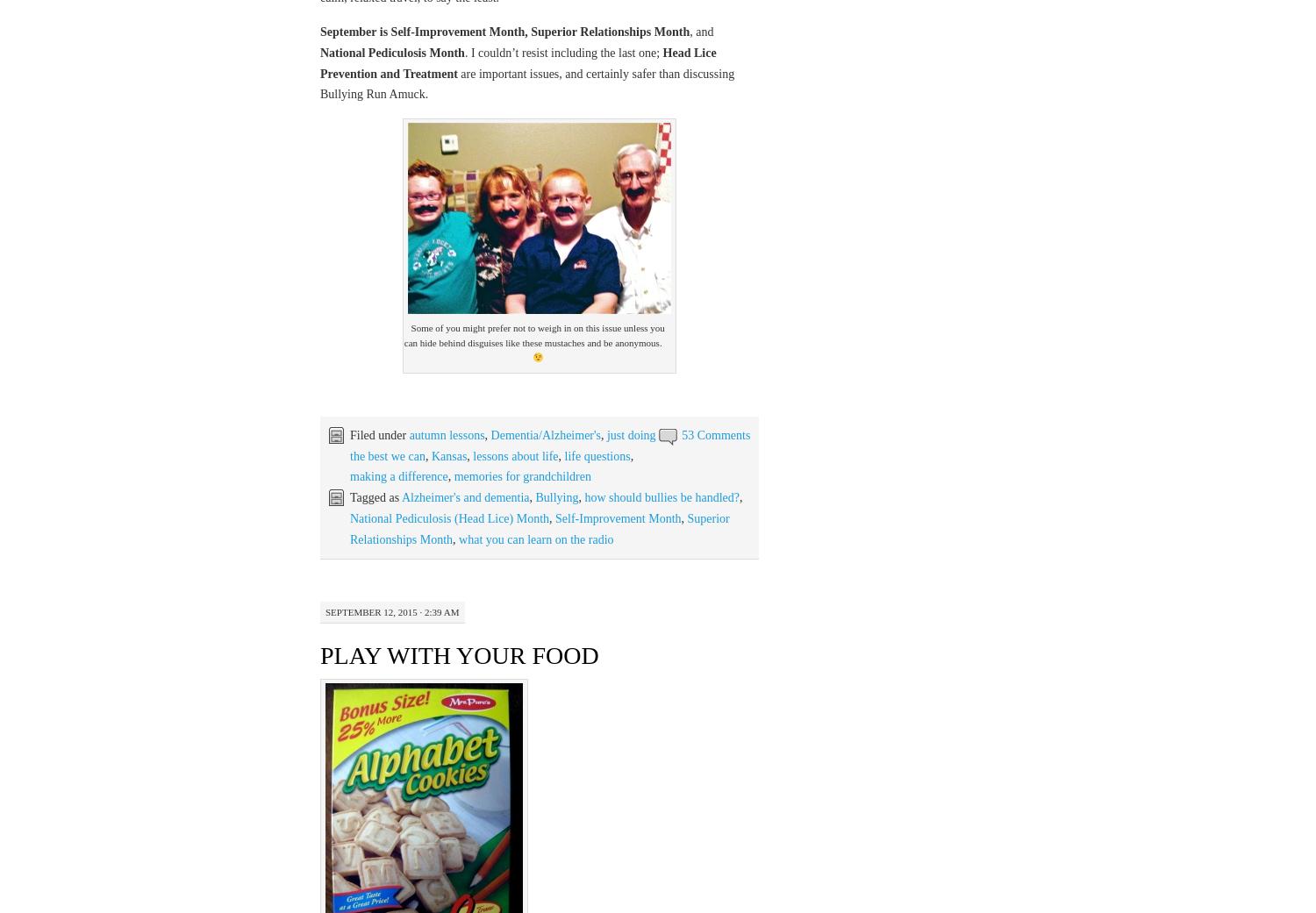 The width and height of the screenshot is (1316, 913). I want to click on 'life questions', so click(597, 454).